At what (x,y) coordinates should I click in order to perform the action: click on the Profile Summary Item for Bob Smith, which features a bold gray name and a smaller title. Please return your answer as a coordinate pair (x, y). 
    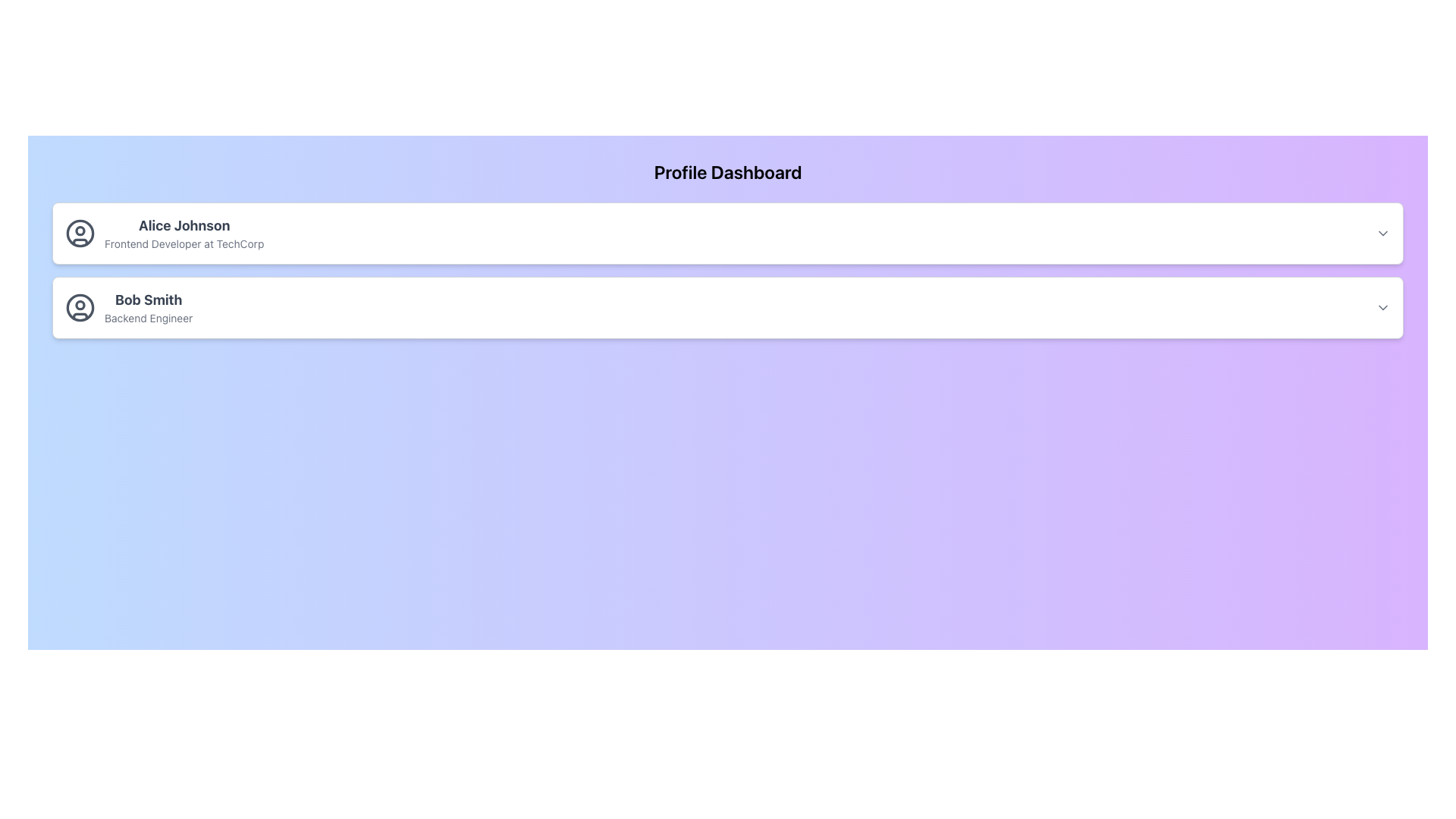
    Looking at the image, I should click on (129, 307).